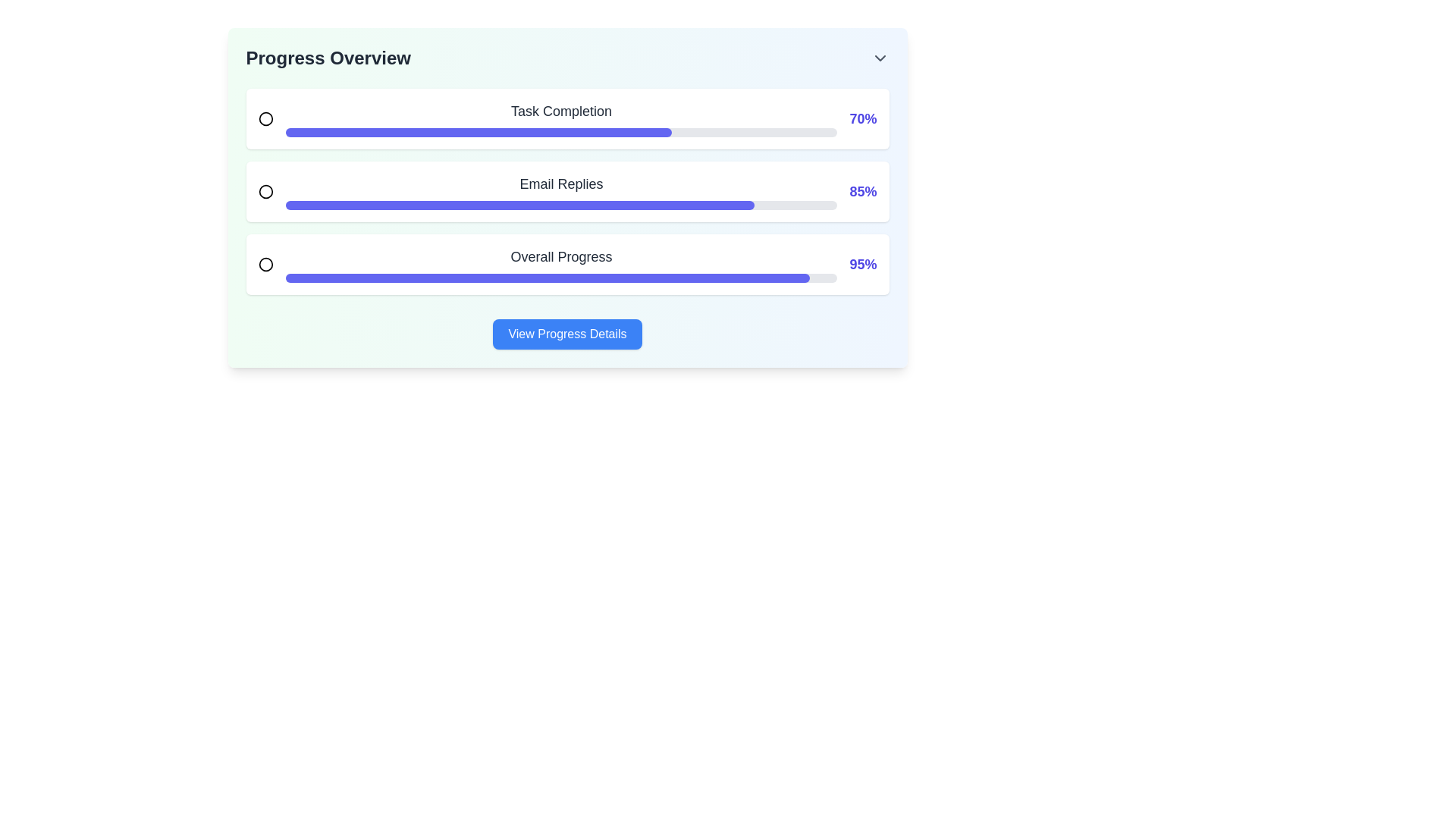 Image resolution: width=1456 pixels, height=819 pixels. What do you see at coordinates (566, 191) in the screenshot?
I see `the progress percentage of the second progress bar labeled 'Email Replies', which is currently marked at 85%` at bounding box center [566, 191].